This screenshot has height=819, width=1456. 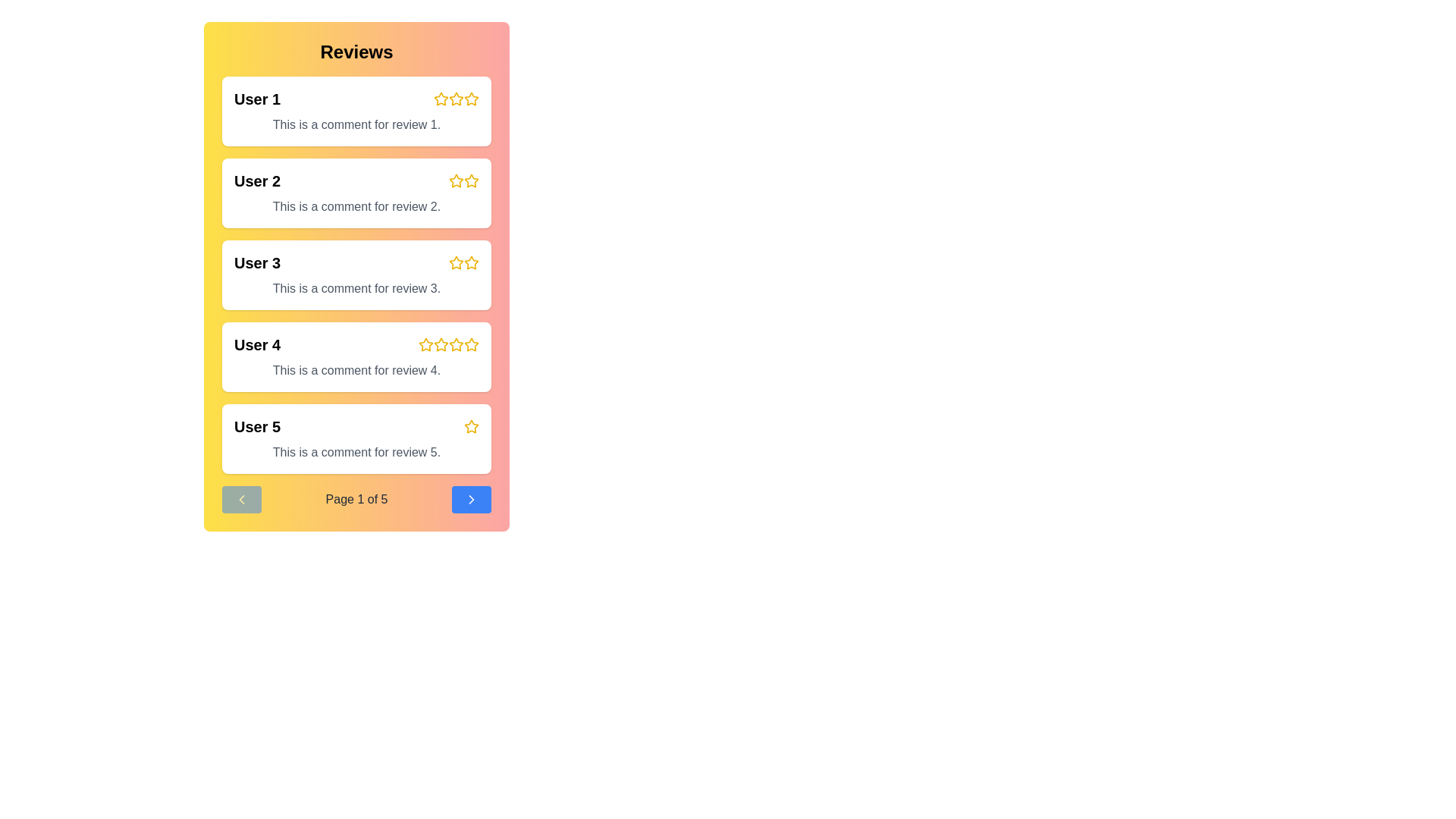 What do you see at coordinates (356, 452) in the screenshot?
I see `the Text display field that shows the comment associated with the review by 'User 5', located in the last review card of the vertically stacked list` at bounding box center [356, 452].